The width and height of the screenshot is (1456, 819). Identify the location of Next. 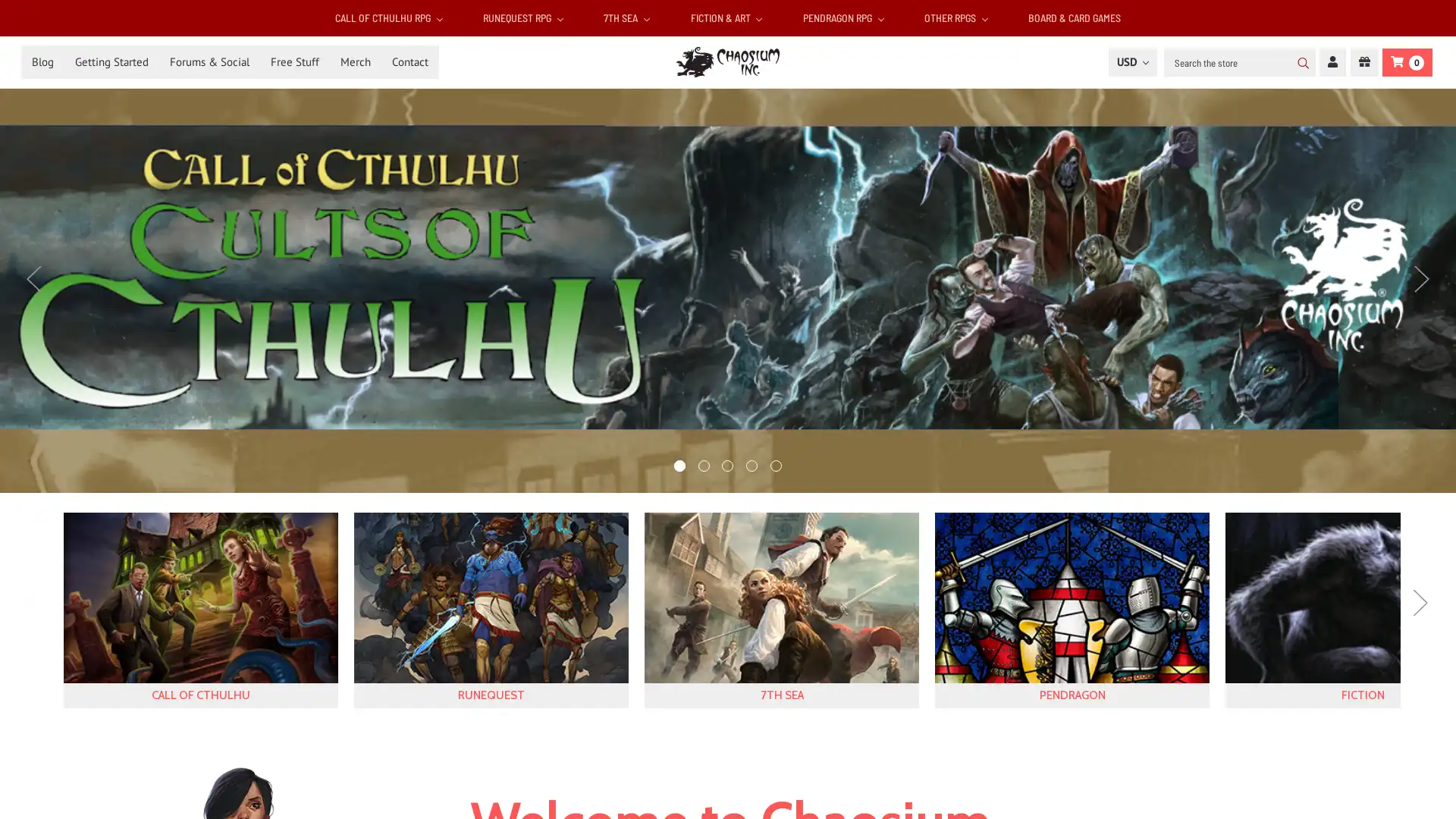
(1421, 278).